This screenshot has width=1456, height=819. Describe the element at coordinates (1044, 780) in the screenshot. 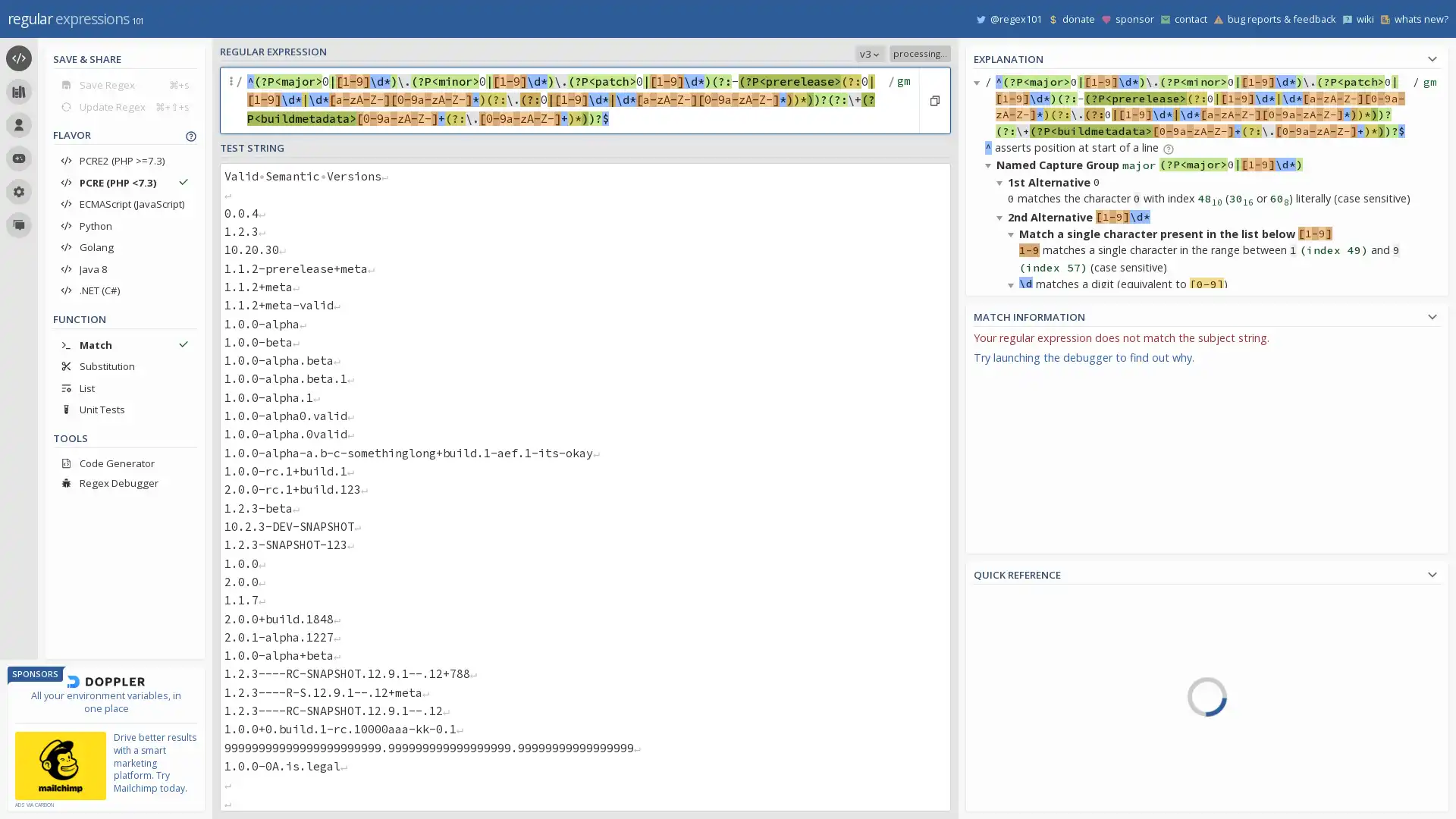

I see `Character Classes` at that location.